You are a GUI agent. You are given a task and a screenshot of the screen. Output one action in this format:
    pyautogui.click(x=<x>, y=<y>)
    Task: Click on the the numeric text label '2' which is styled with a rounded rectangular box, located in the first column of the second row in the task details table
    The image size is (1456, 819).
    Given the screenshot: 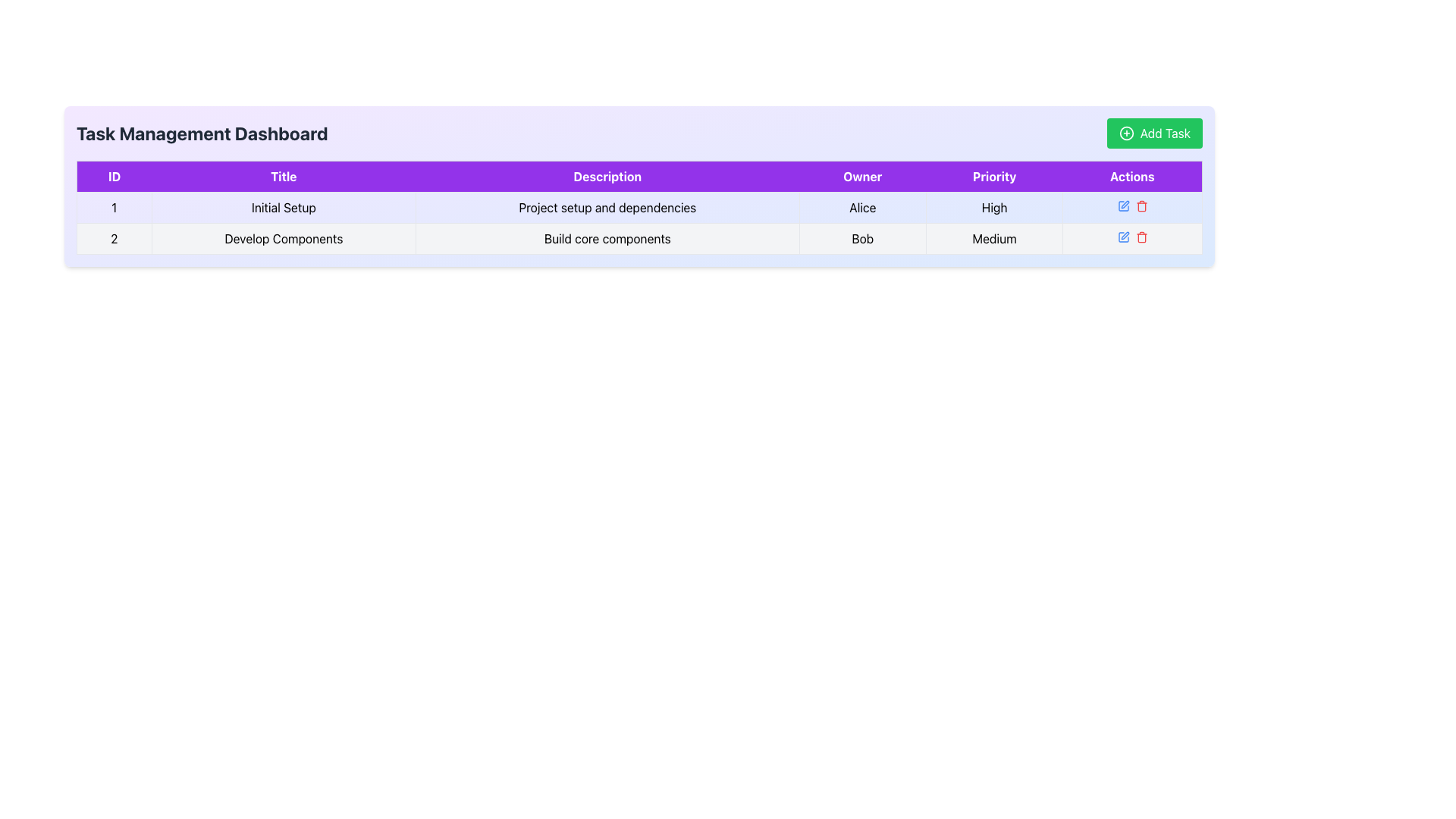 What is the action you would take?
    pyautogui.click(x=113, y=239)
    